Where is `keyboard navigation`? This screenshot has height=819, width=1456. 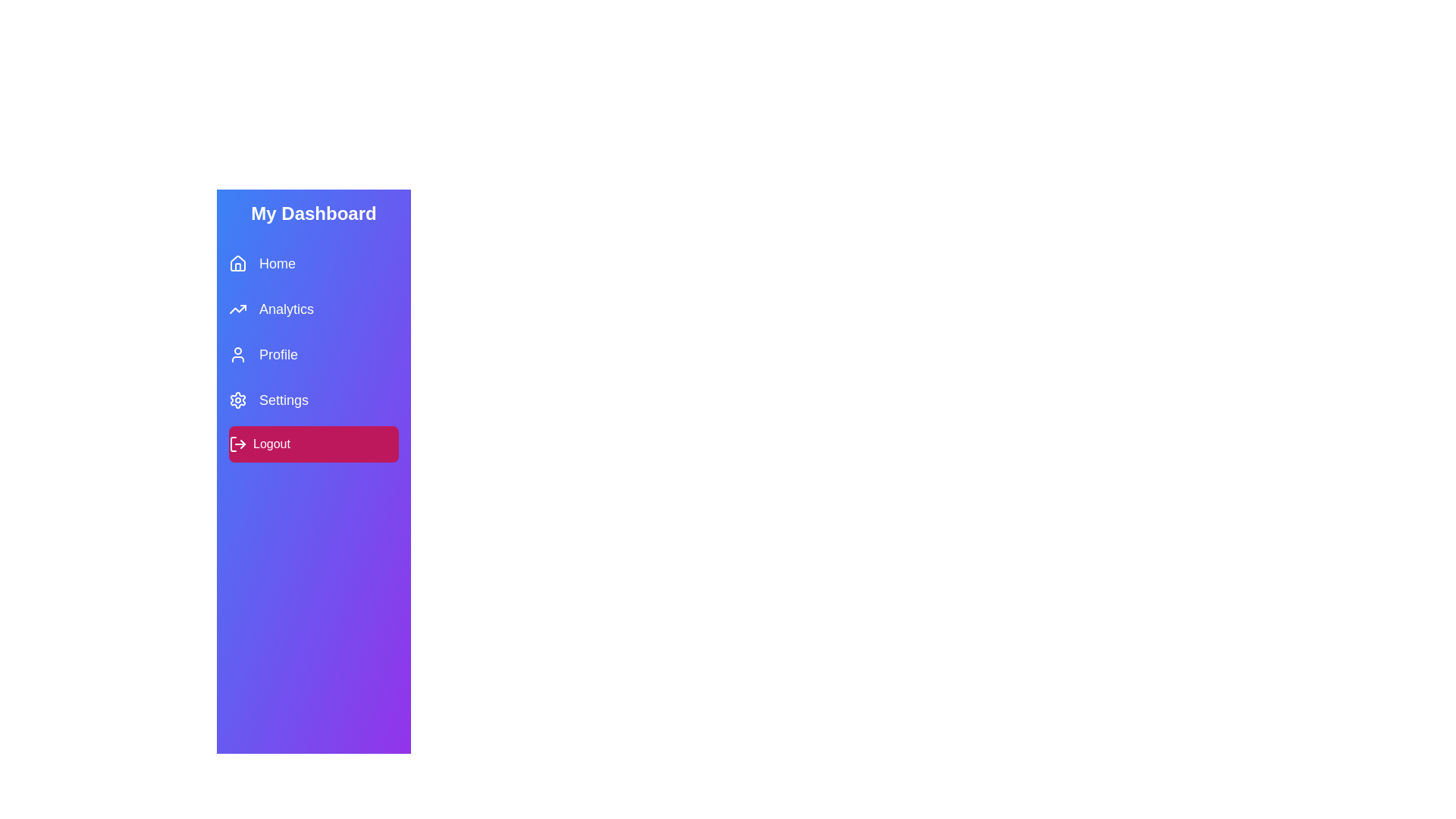
keyboard navigation is located at coordinates (278, 354).